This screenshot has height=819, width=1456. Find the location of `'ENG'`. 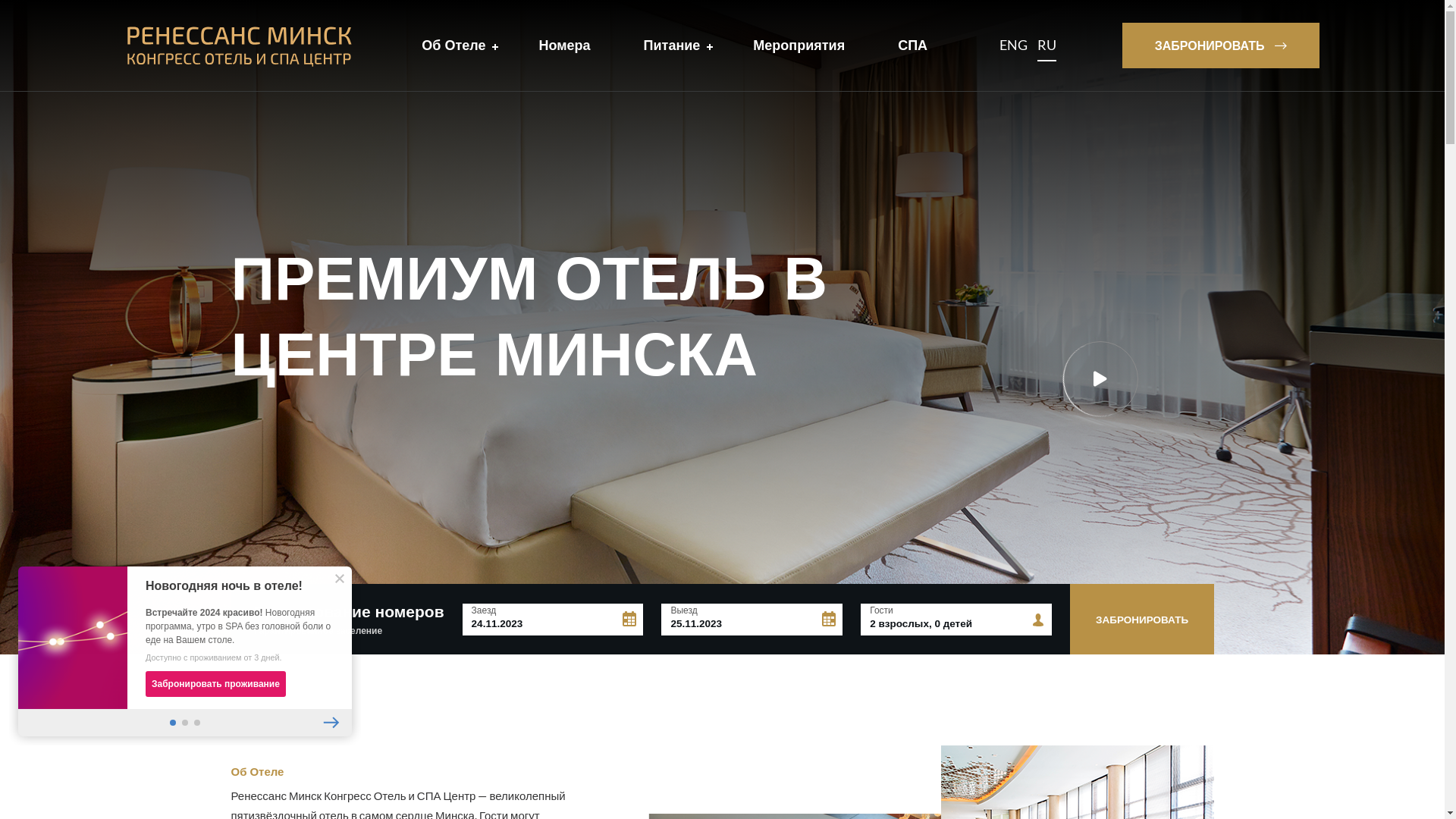

'ENG' is located at coordinates (999, 45).